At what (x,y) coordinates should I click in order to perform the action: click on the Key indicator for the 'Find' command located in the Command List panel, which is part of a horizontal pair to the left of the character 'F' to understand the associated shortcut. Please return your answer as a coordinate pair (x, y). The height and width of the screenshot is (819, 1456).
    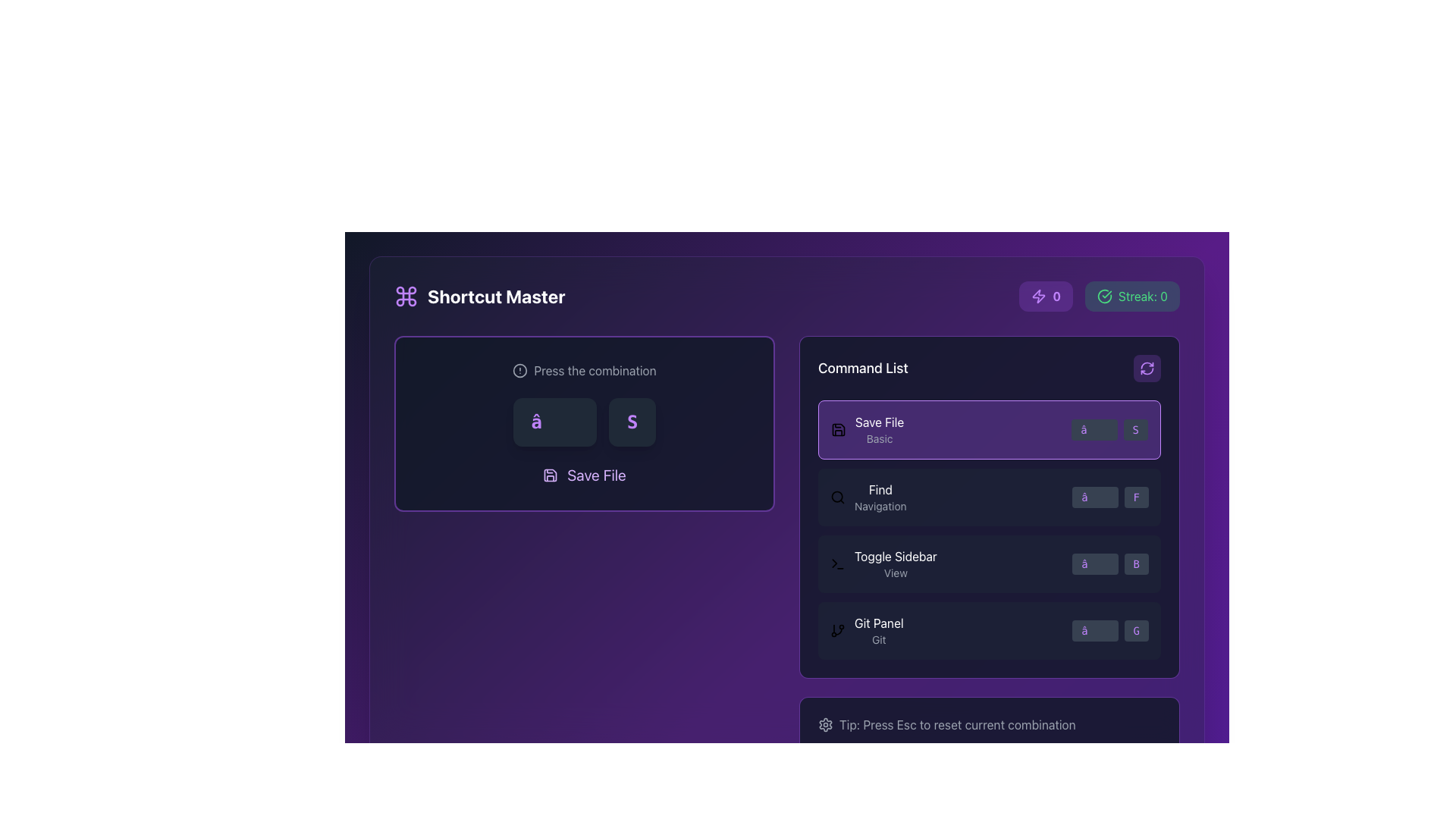
    Looking at the image, I should click on (1095, 497).